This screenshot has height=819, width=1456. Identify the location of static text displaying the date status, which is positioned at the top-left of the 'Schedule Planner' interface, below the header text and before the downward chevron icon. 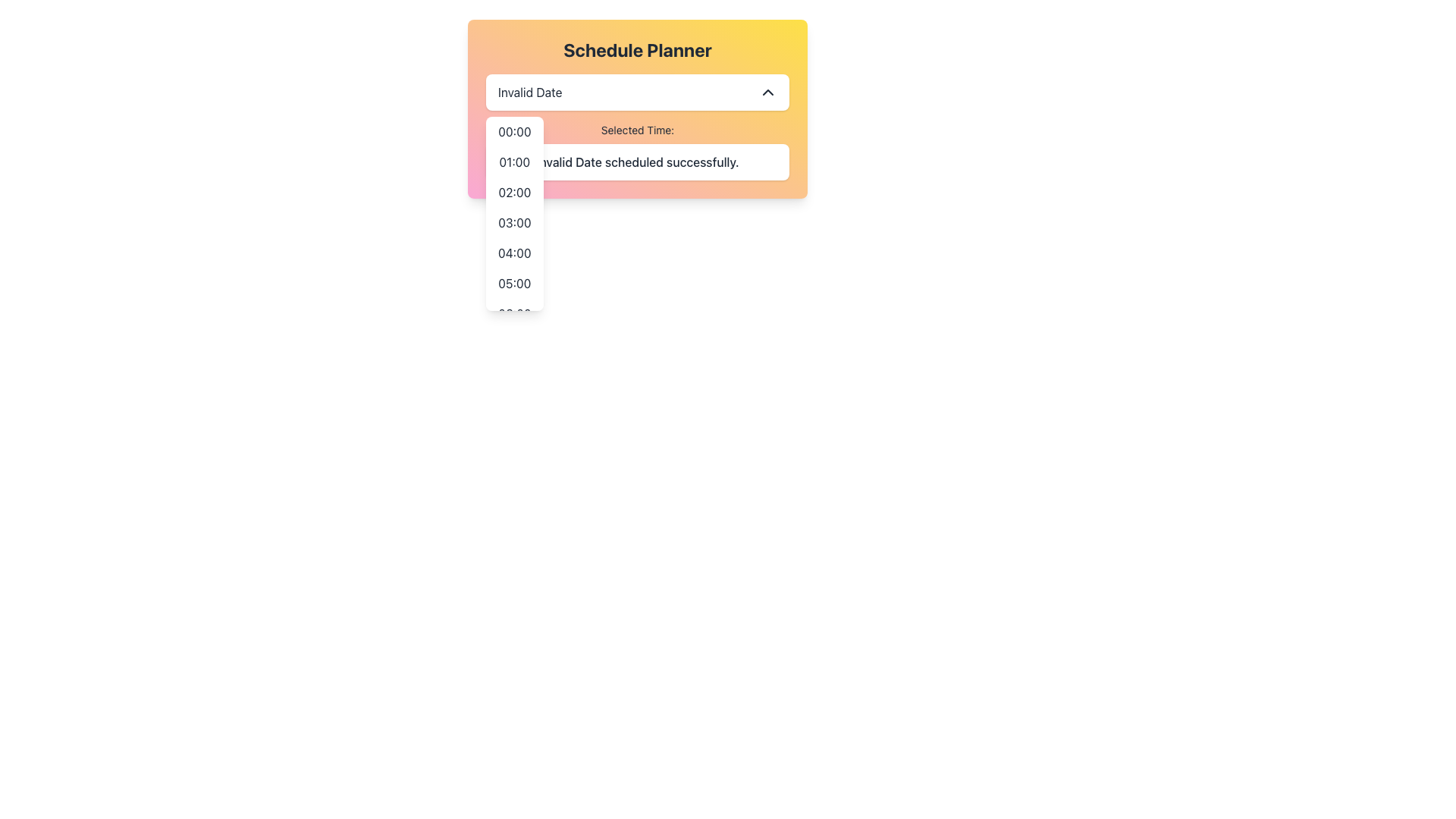
(530, 93).